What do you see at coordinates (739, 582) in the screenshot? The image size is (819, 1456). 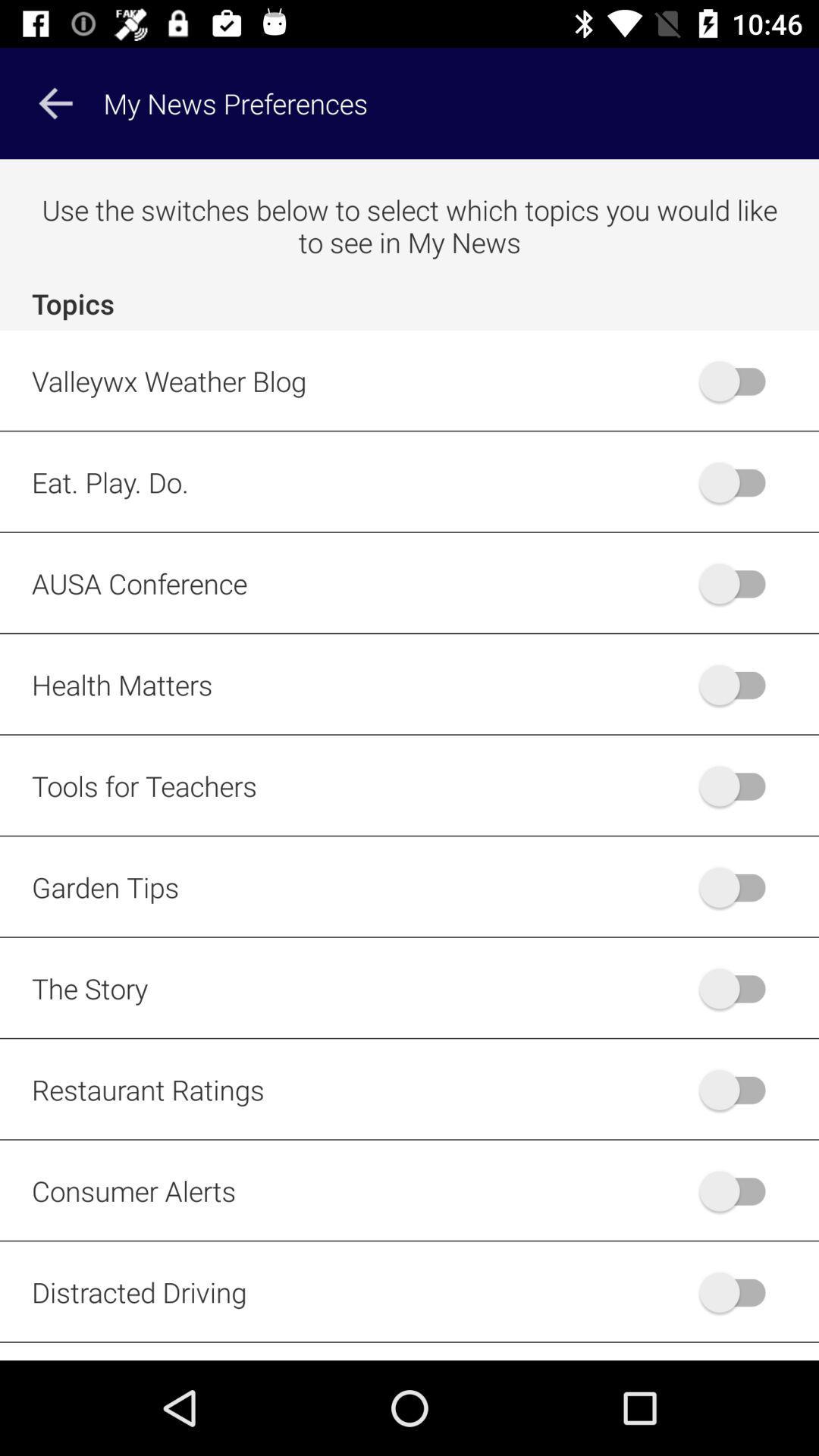 I see `ausa conference option` at bounding box center [739, 582].